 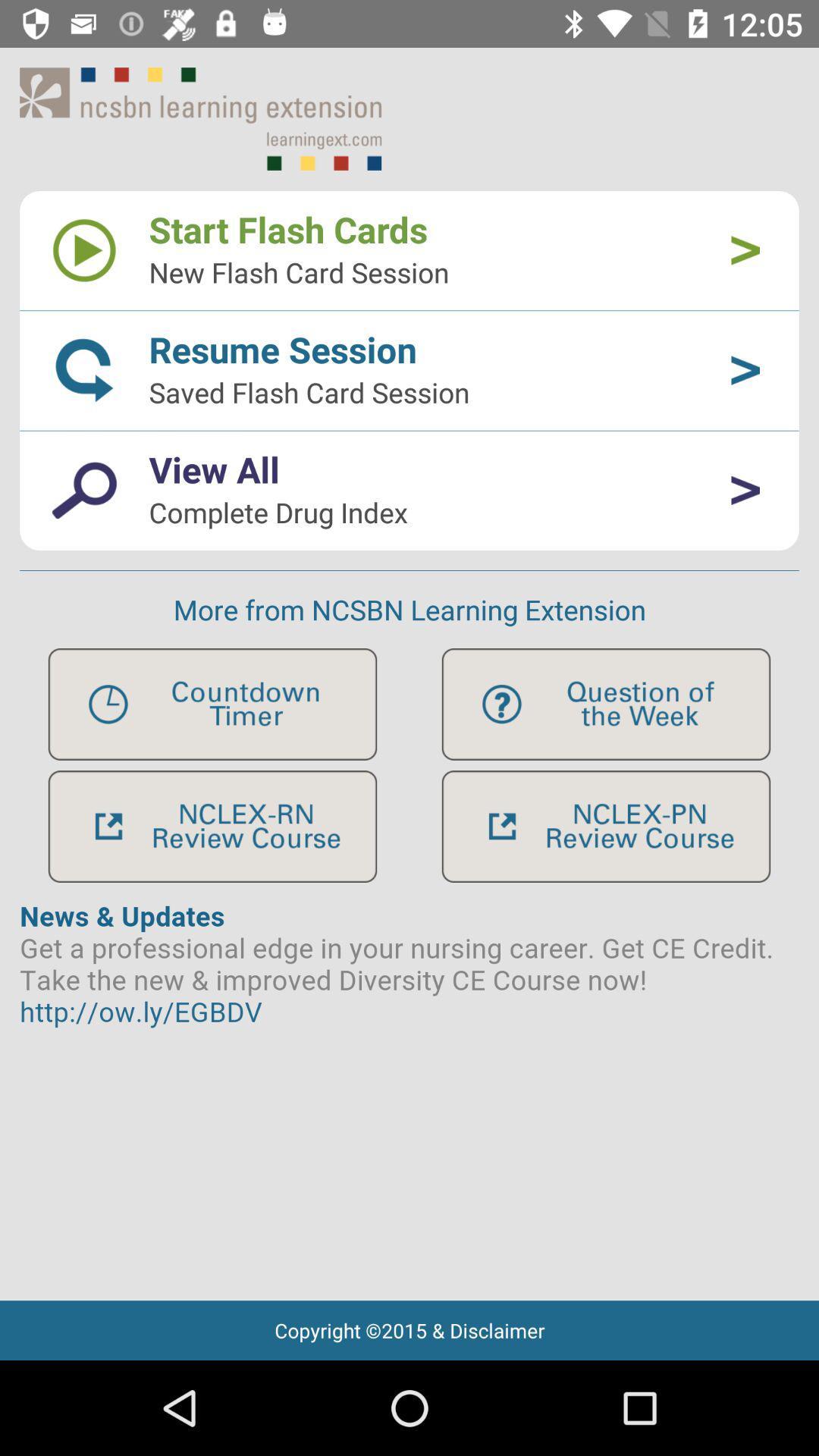 What do you see at coordinates (605, 826) in the screenshot?
I see `review option` at bounding box center [605, 826].